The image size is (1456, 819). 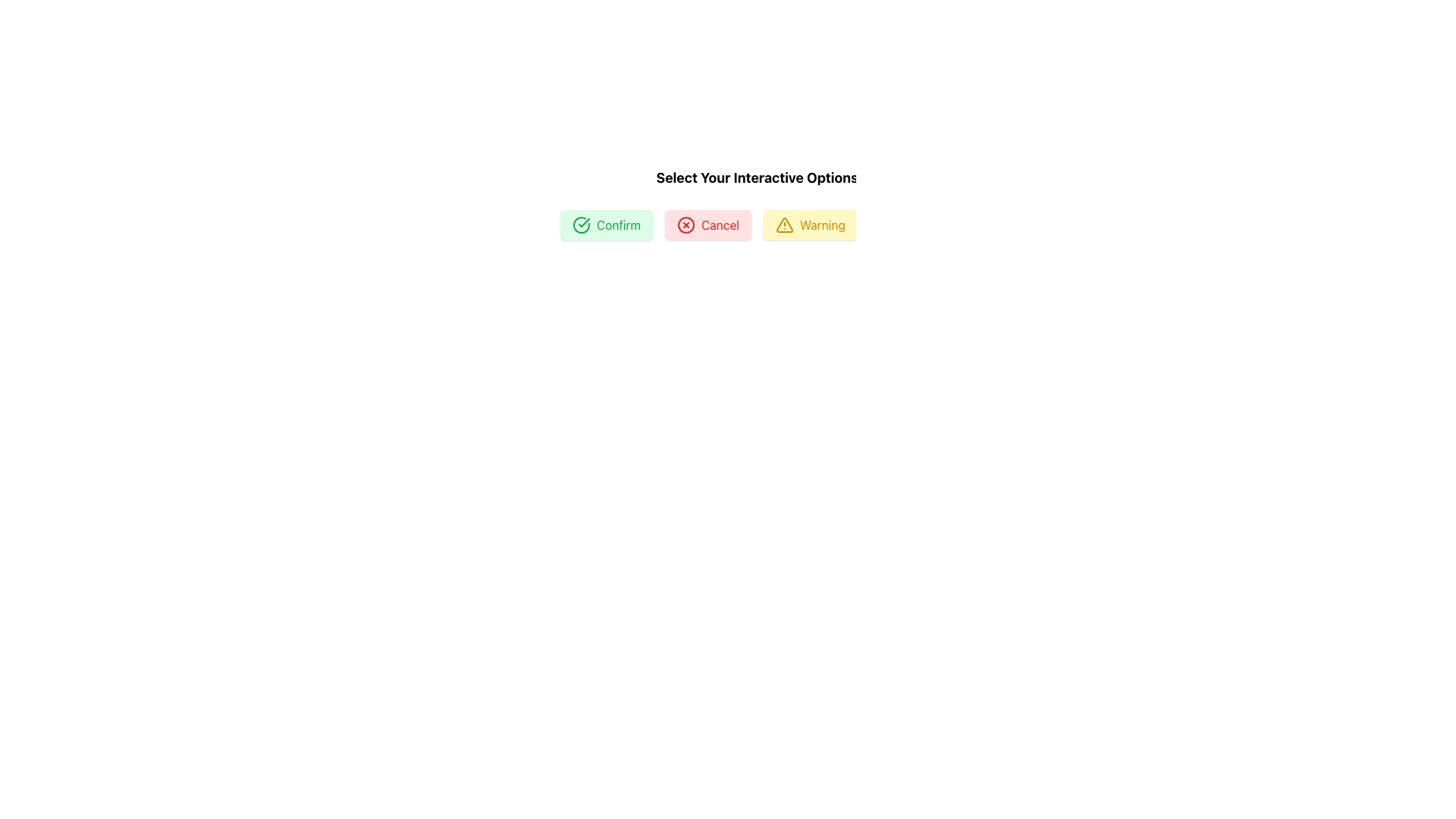 I want to click on the green checkmark icon located inside a circular outline, which is immediately to the left of the label 'Confirm' in the top area of the button group, so click(x=583, y=222).